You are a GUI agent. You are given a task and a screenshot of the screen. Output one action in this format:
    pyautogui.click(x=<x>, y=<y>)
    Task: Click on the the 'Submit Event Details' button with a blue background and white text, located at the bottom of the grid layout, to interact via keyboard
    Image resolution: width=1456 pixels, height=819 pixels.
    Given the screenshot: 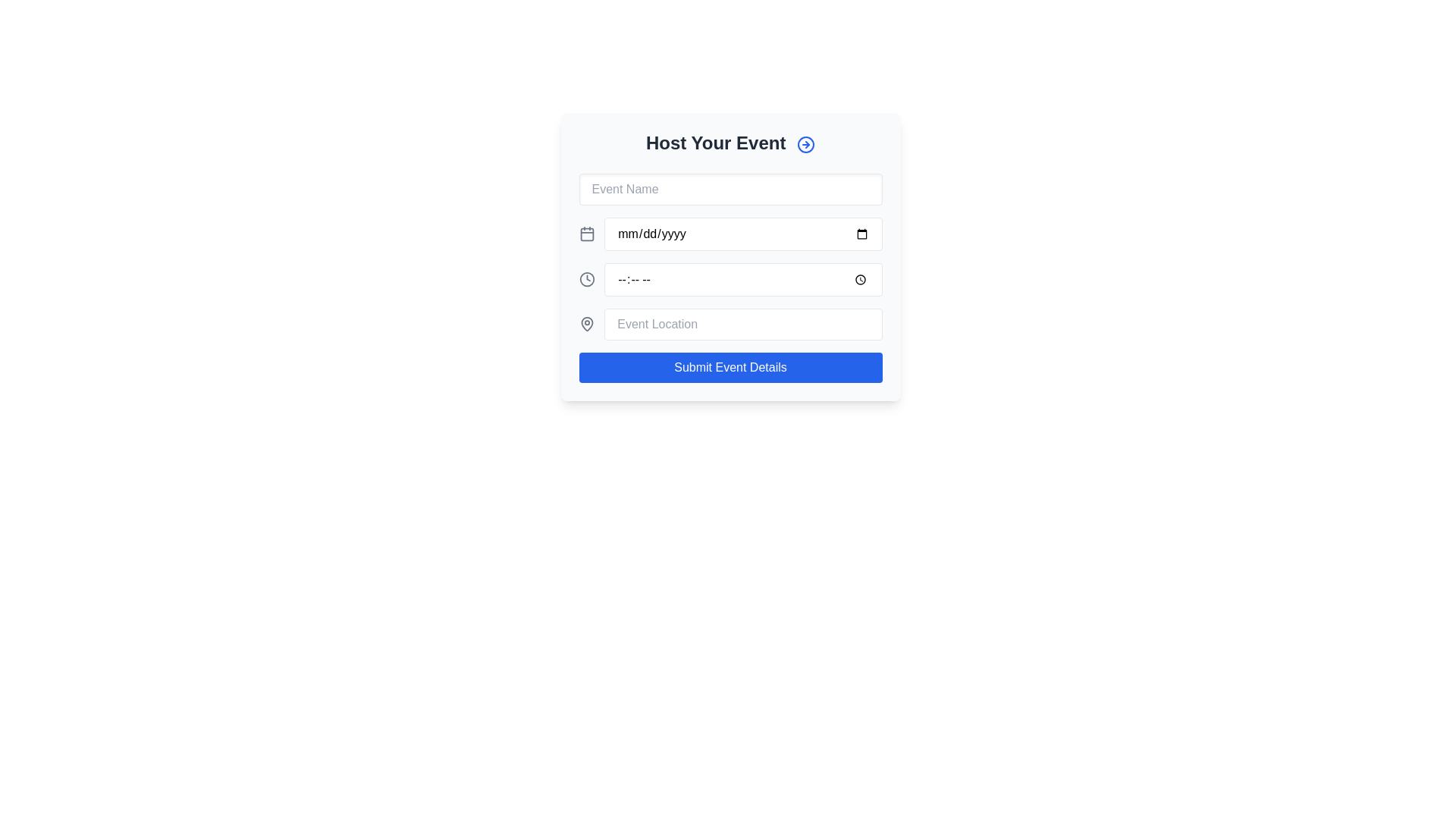 What is the action you would take?
    pyautogui.click(x=730, y=368)
    